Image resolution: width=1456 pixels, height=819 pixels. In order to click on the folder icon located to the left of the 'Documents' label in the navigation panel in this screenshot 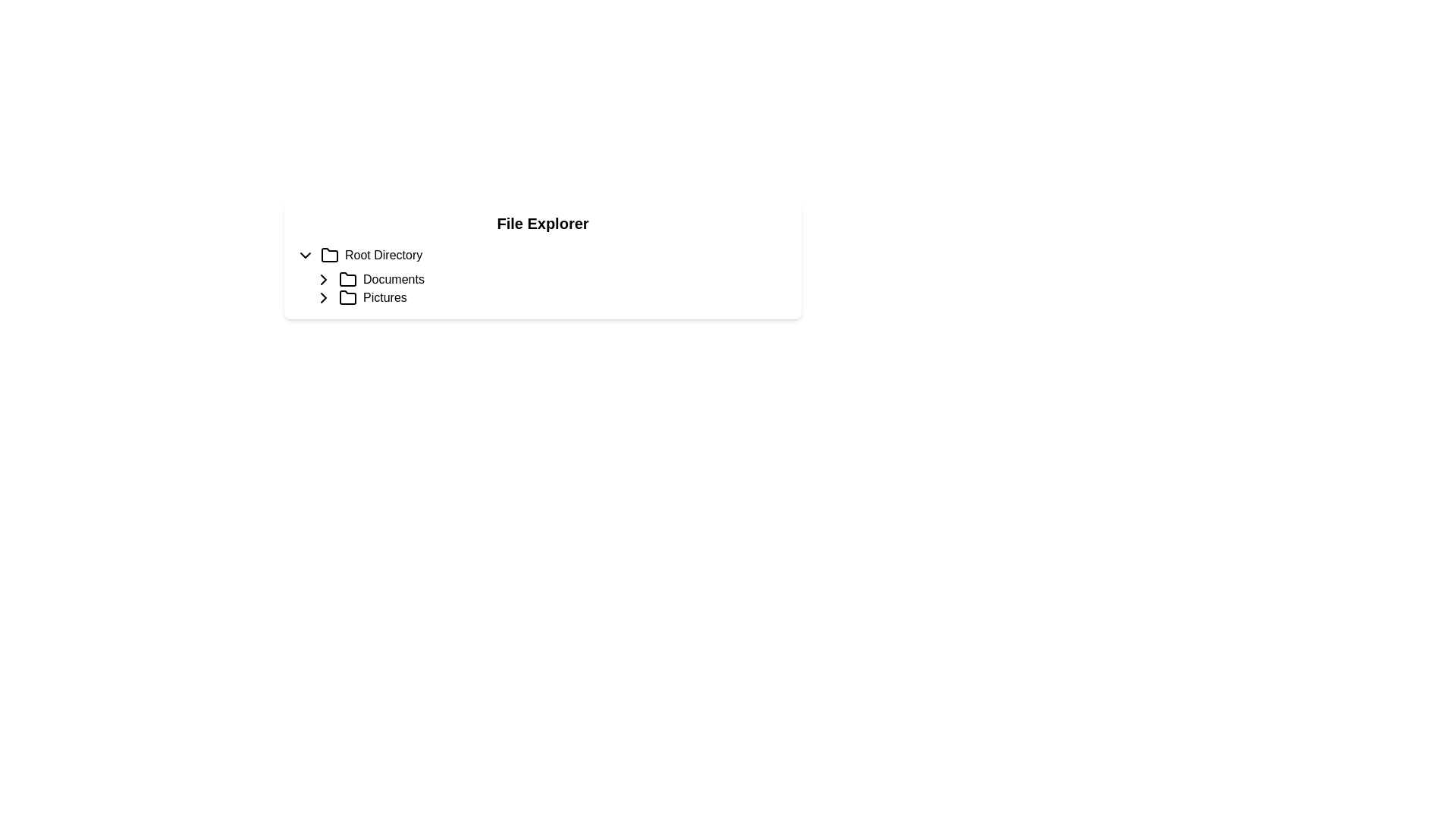, I will do `click(347, 280)`.